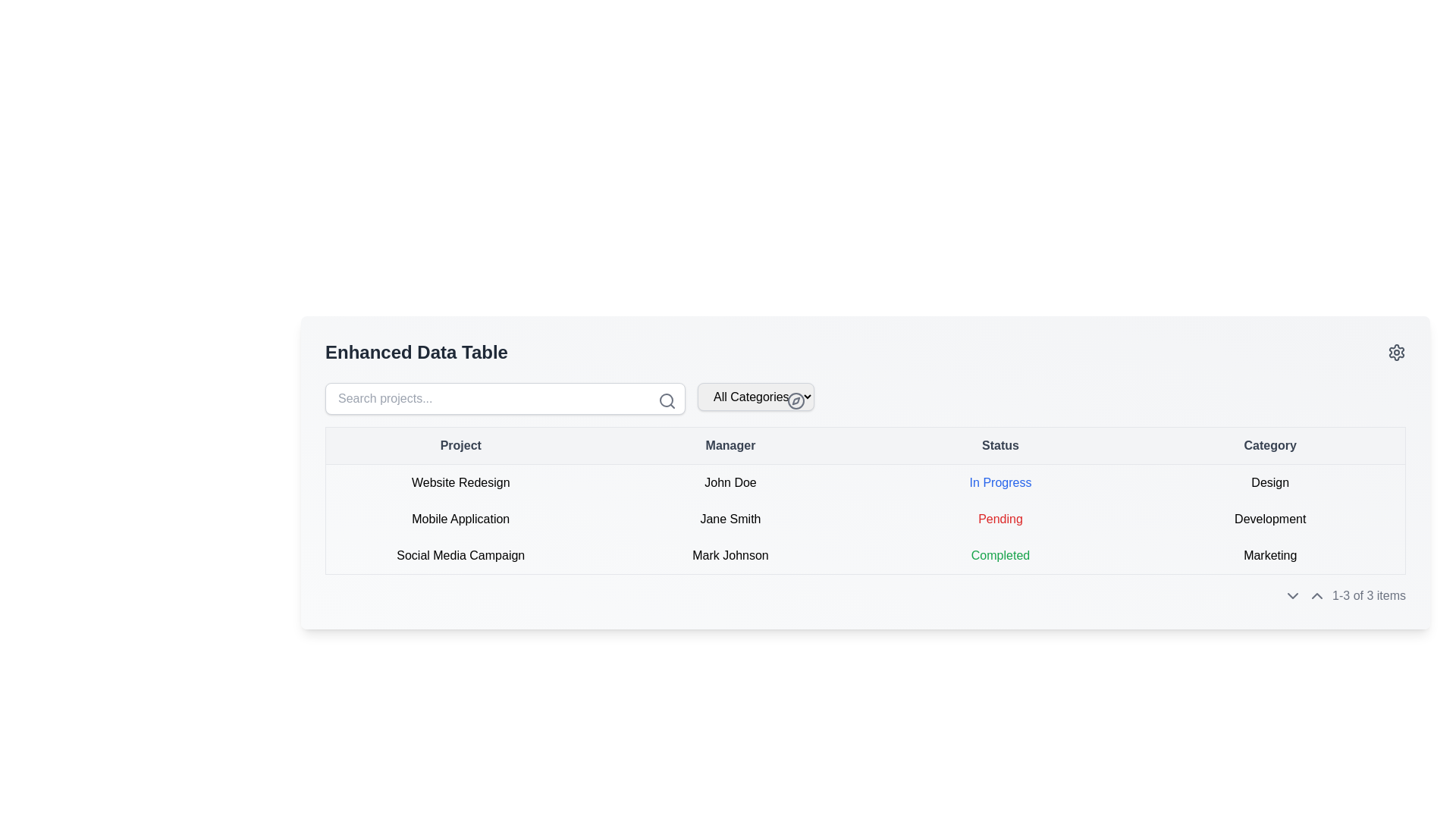 The height and width of the screenshot is (819, 1456). Describe the element at coordinates (1000, 444) in the screenshot. I see `the 'Status' column header which serves as a label for the table contents, positioned centrally in a row of four items` at that location.